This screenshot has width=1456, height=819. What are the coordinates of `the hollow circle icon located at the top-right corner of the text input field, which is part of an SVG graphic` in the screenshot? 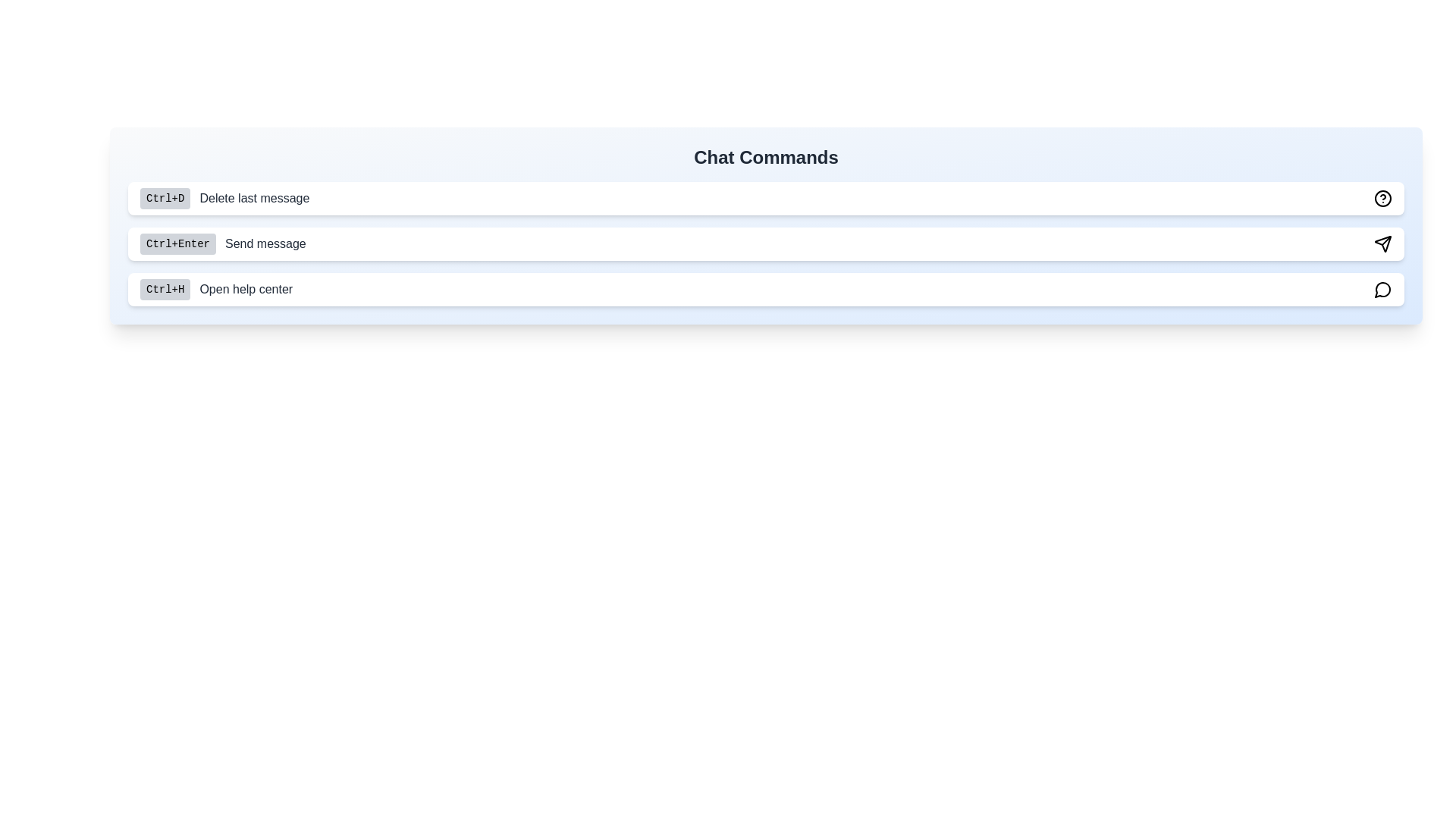 It's located at (1383, 198).